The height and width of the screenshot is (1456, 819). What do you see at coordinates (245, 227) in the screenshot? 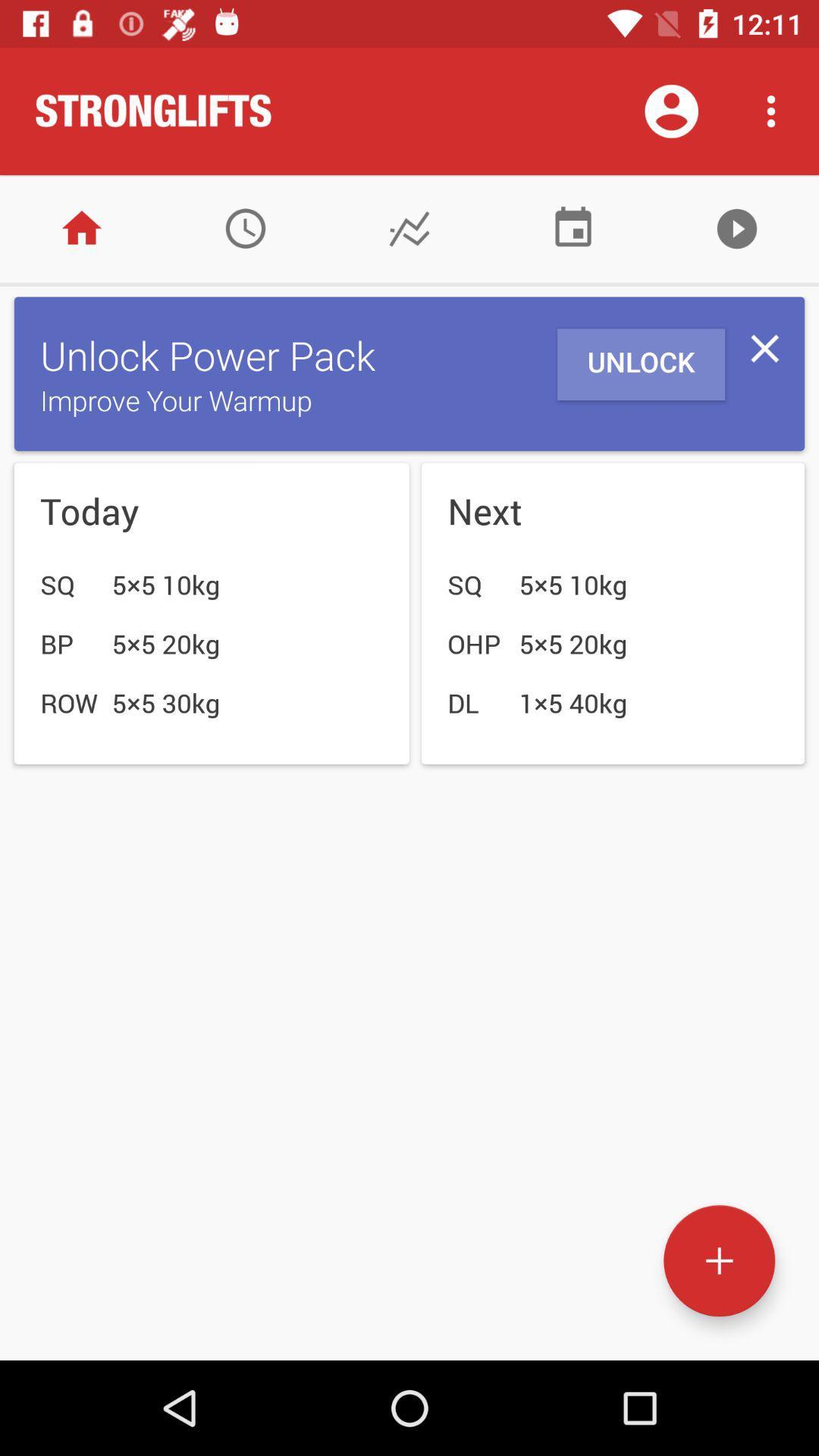
I see `set exercise timer` at bounding box center [245, 227].